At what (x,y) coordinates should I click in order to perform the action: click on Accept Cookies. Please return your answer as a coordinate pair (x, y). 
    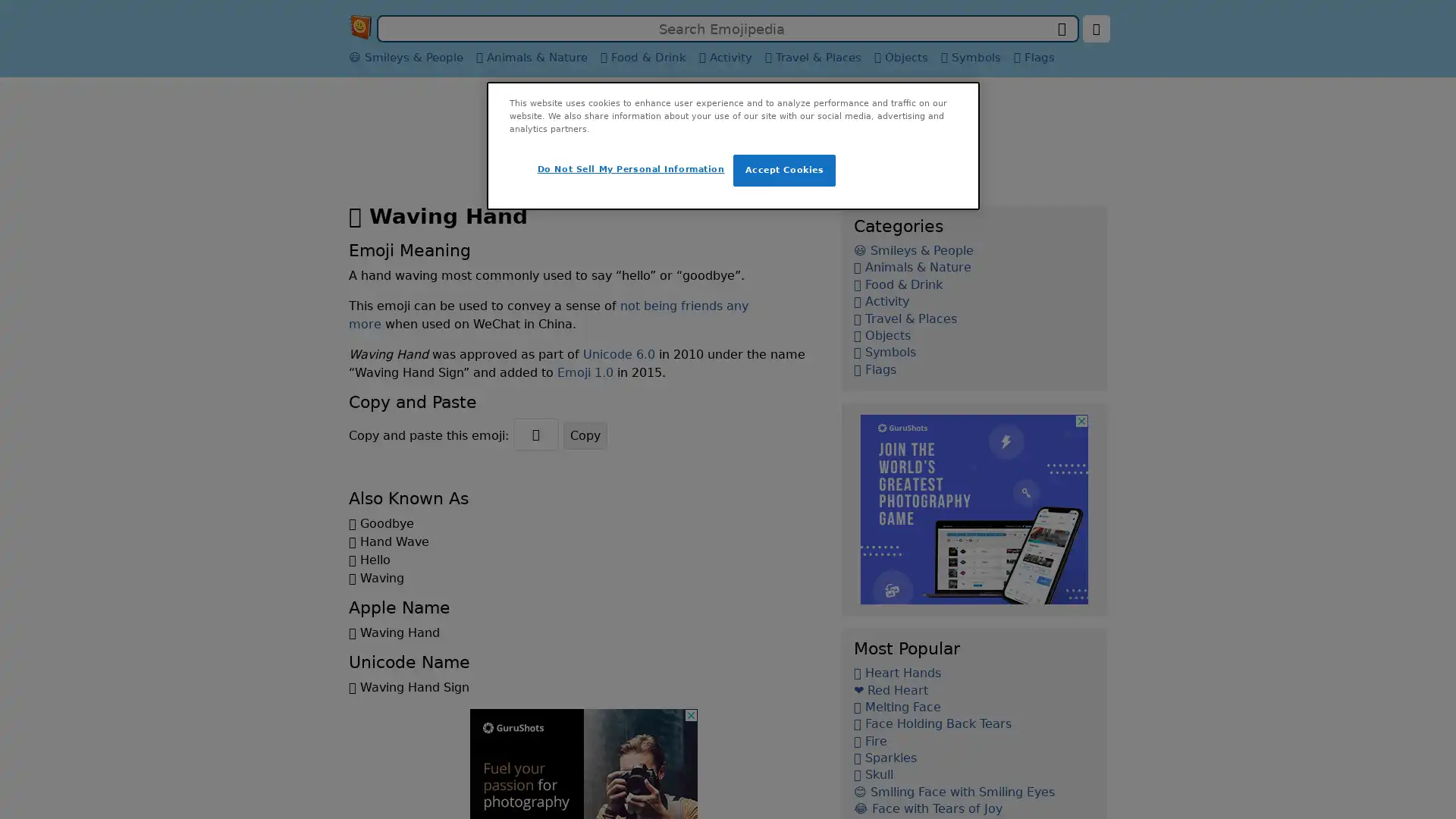
    Looking at the image, I should click on (784, 170).